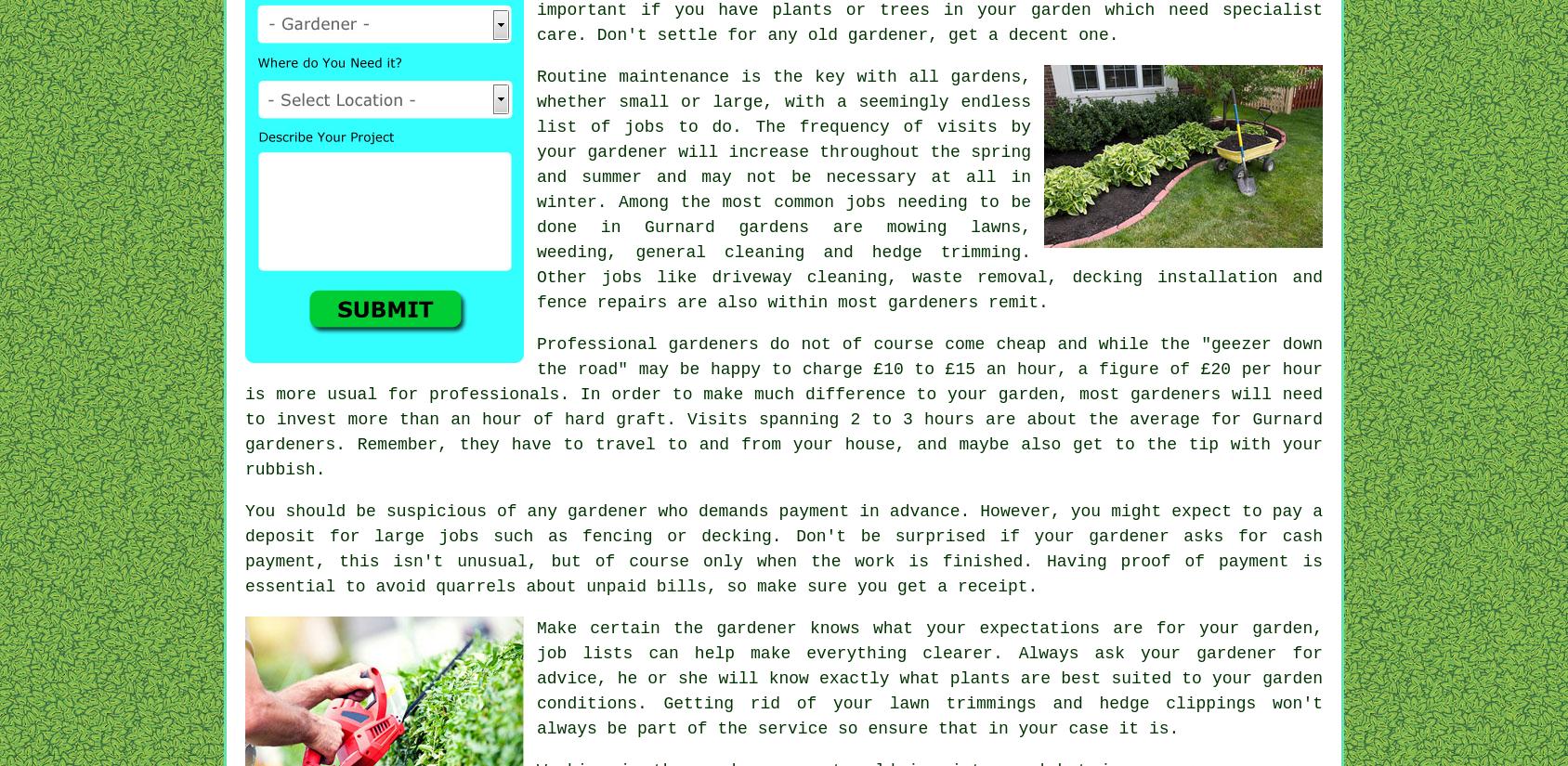 Image resolution: width=1568 pixels, height=766 pixels. What do you see at coordinates (981, 587) in the screenshot?
I see `'a receipt'` at bounding box center [981, 587].